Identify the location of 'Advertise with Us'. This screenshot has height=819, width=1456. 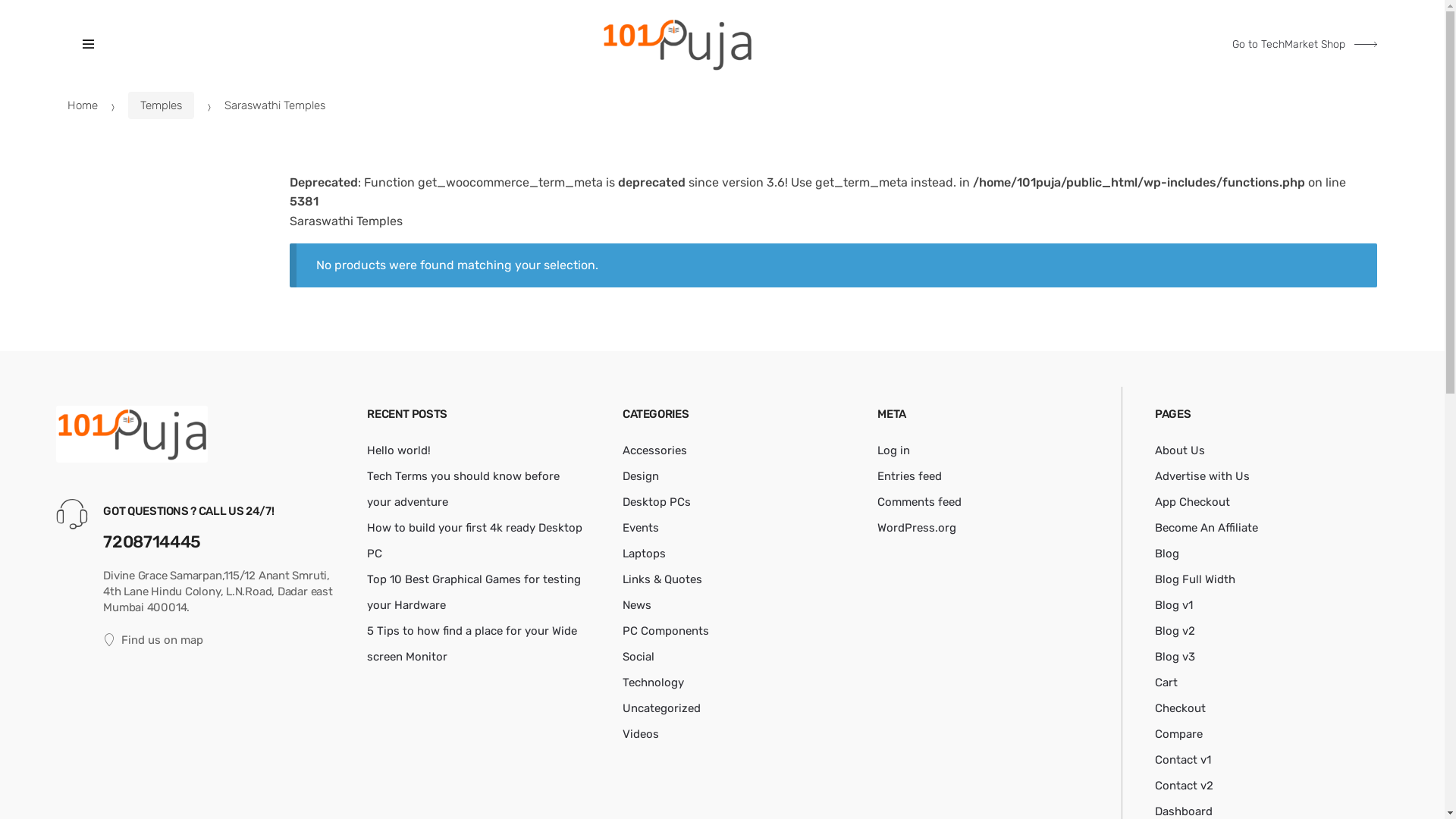
(1201, 475).